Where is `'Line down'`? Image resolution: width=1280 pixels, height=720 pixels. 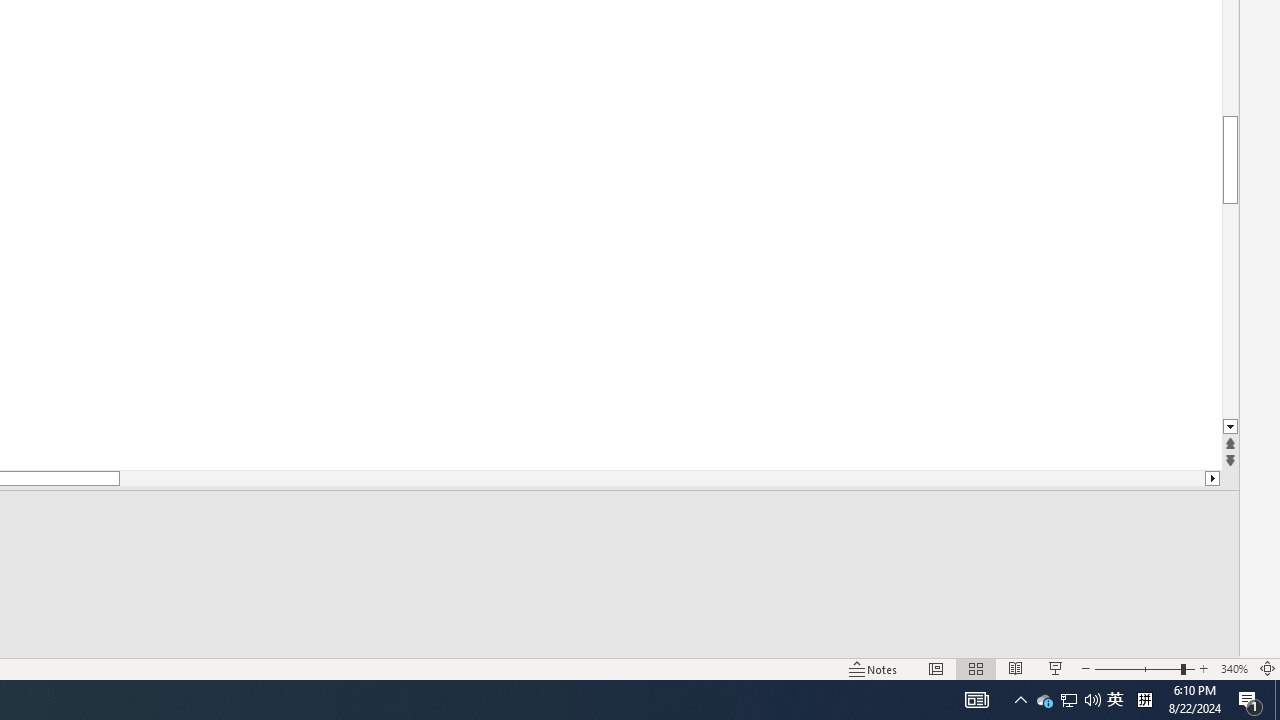 'Line down' is located at coordinates (1229, 426).